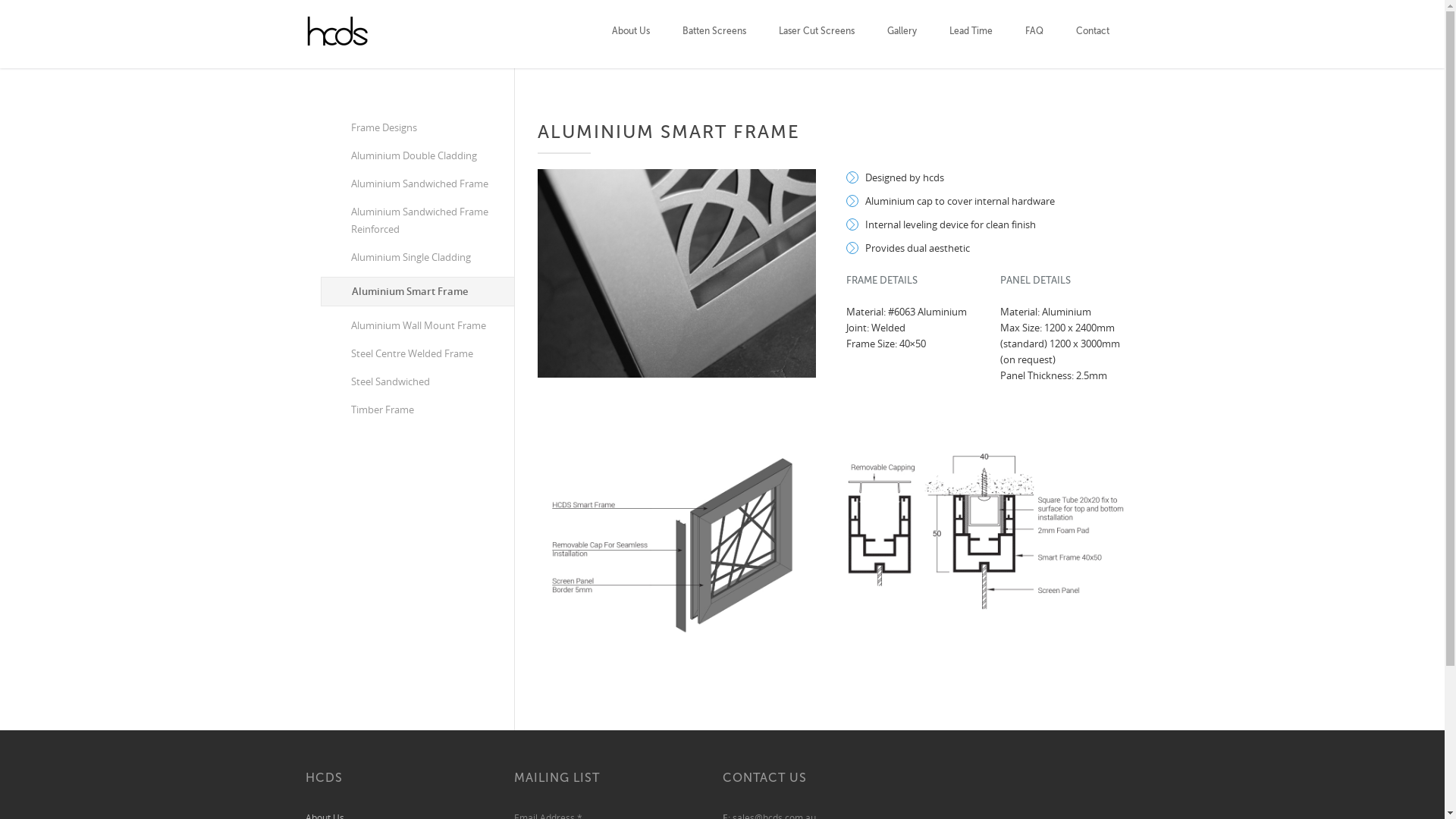 The image size is (1456, 819). What do you see at coordinates (416, 409) in the screenshot?
I see `'Timber Frame'` at bounding box center [416, 409].